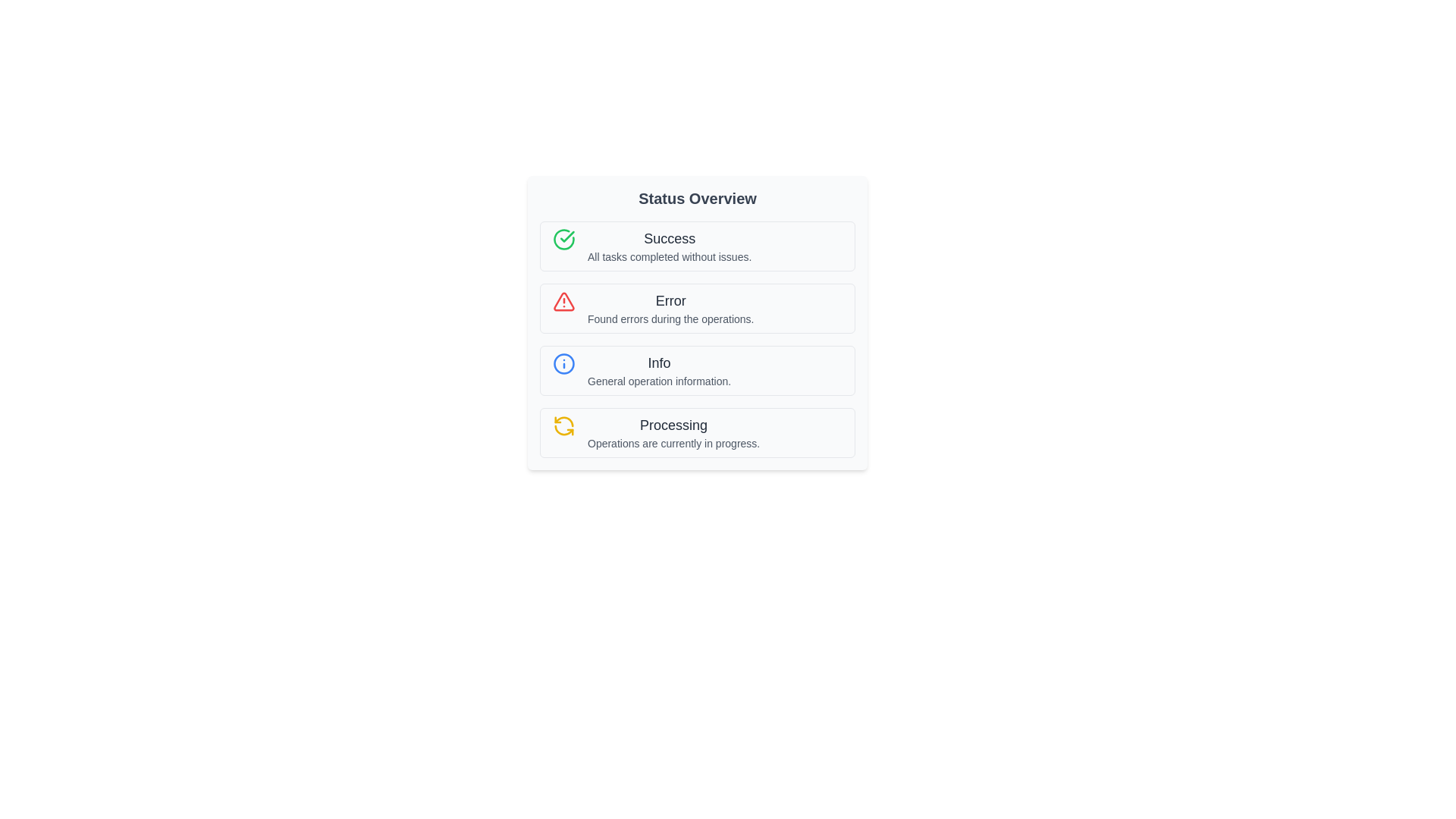  What do you see at coordinates (669, 239) in the screenshot?
I see `the Text label that indicates a successful status for the associated task, located above the text 'All tasks completed without issues.'` at bounding box center [669, 239].